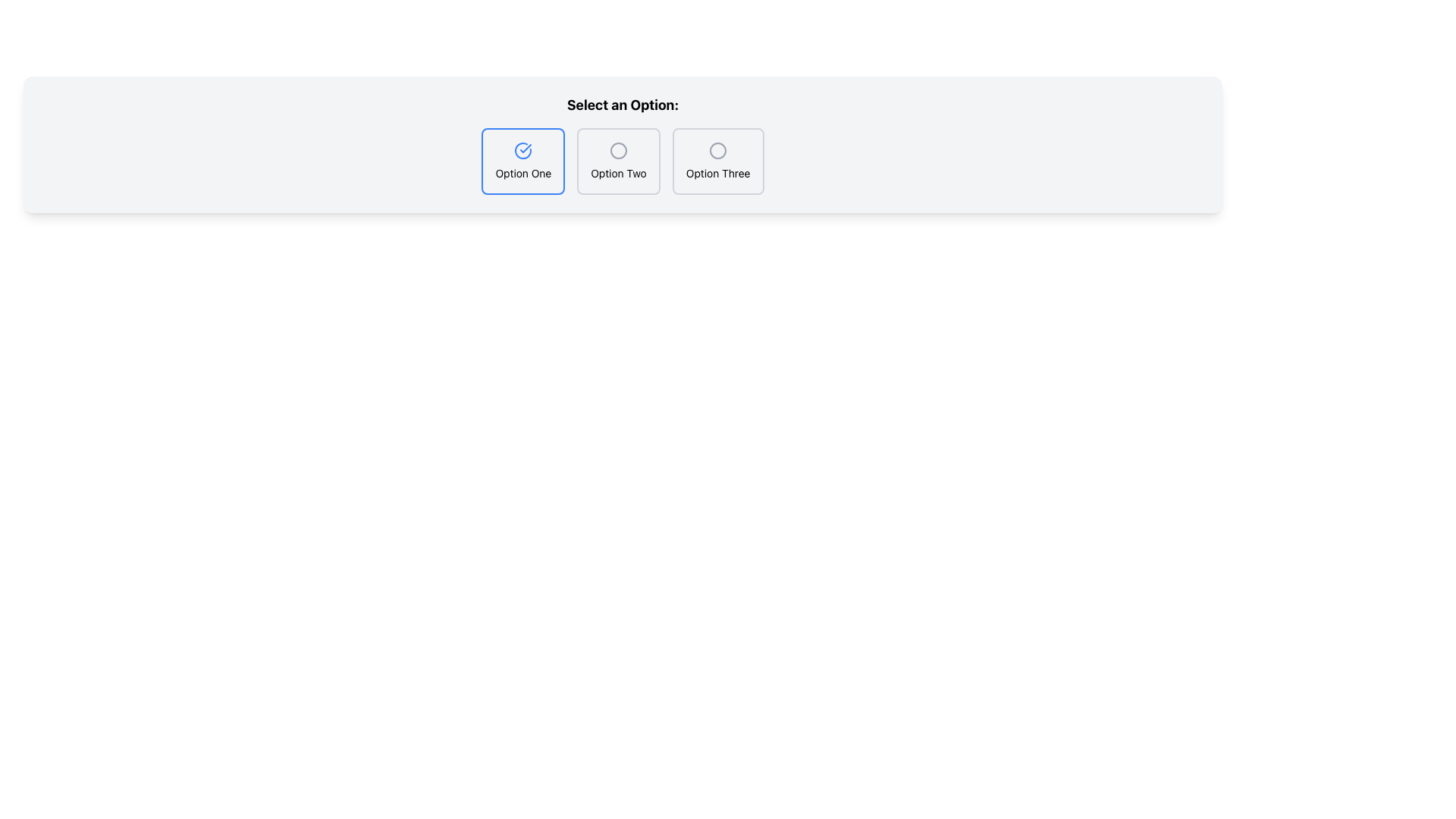  What do you see at coordinates (523, 161) in the screenshot?
I see `the 'Option One' button, which is a rectangular button with rounded corners, a light grey background, a blue border, and features a blue checkmark icon at the top with the text 'Option One' below it` at bounding box center [523, 161].